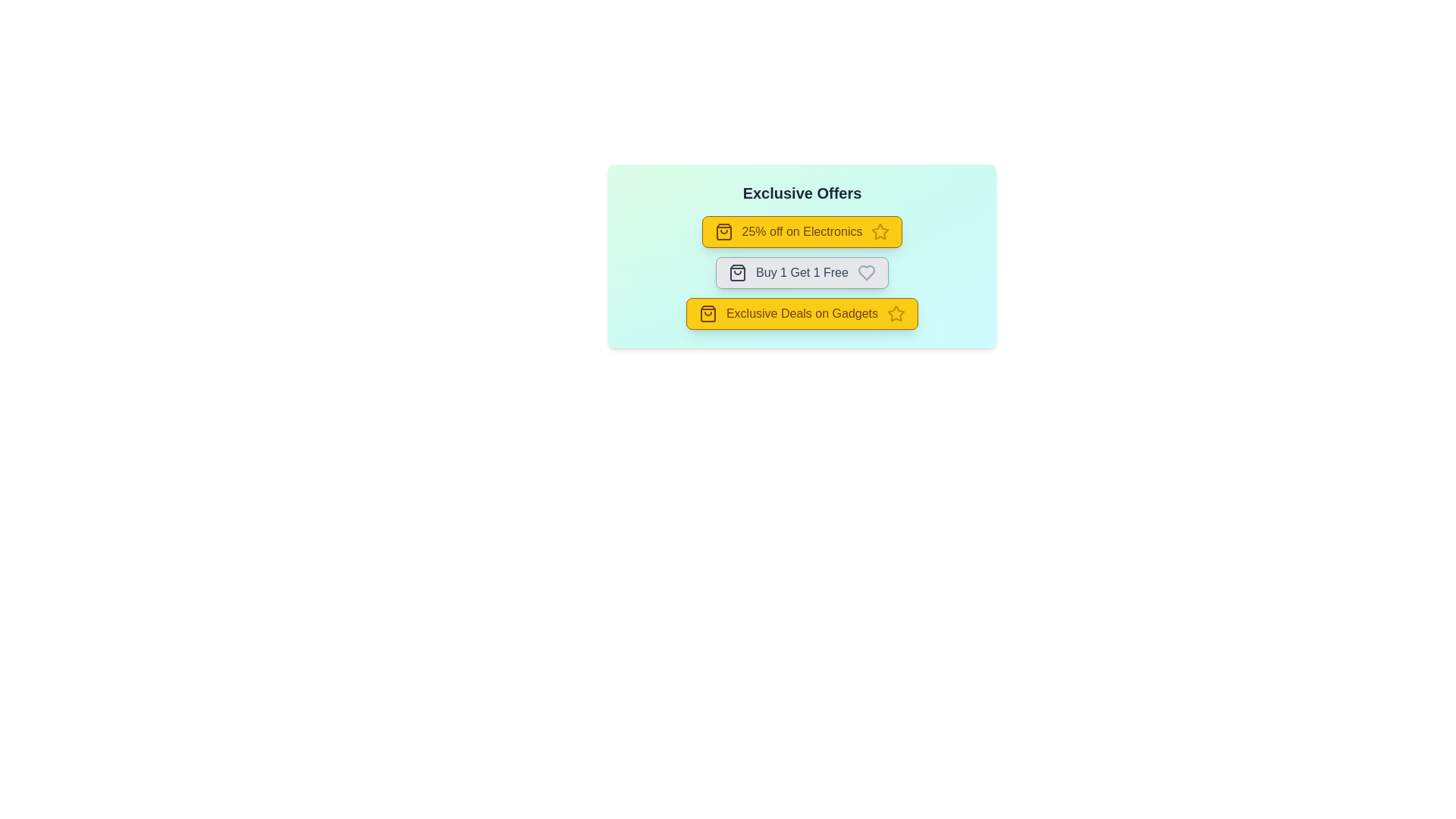 The image size is (1456, 819). Describe the element at coordinates (801, 231) in the screenshot. I see `the offer chip corresponding to 25% off on Electronics to observe the visual feedback` at that location.